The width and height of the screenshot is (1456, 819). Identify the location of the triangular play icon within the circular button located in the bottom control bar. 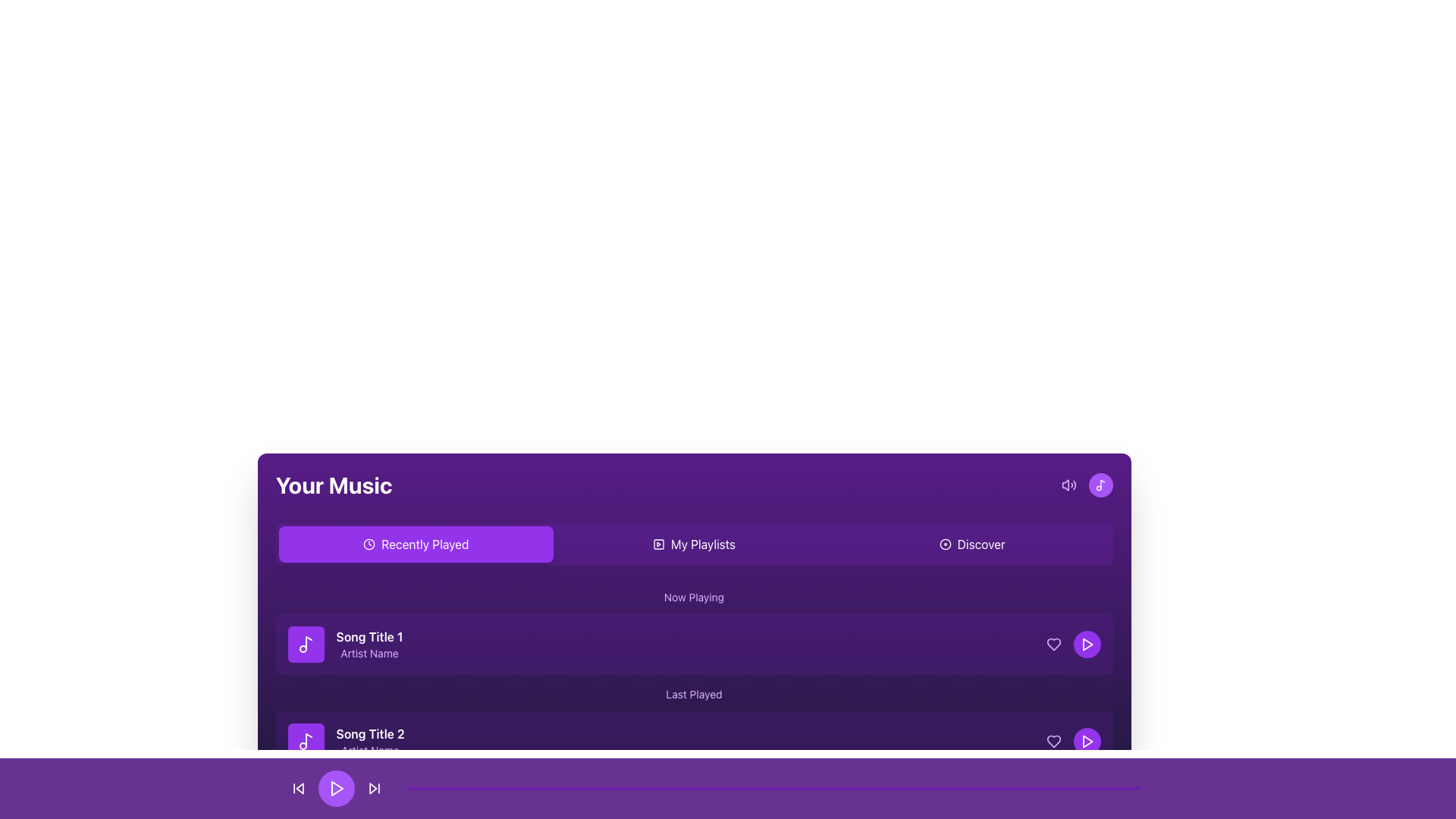
(336, 788).